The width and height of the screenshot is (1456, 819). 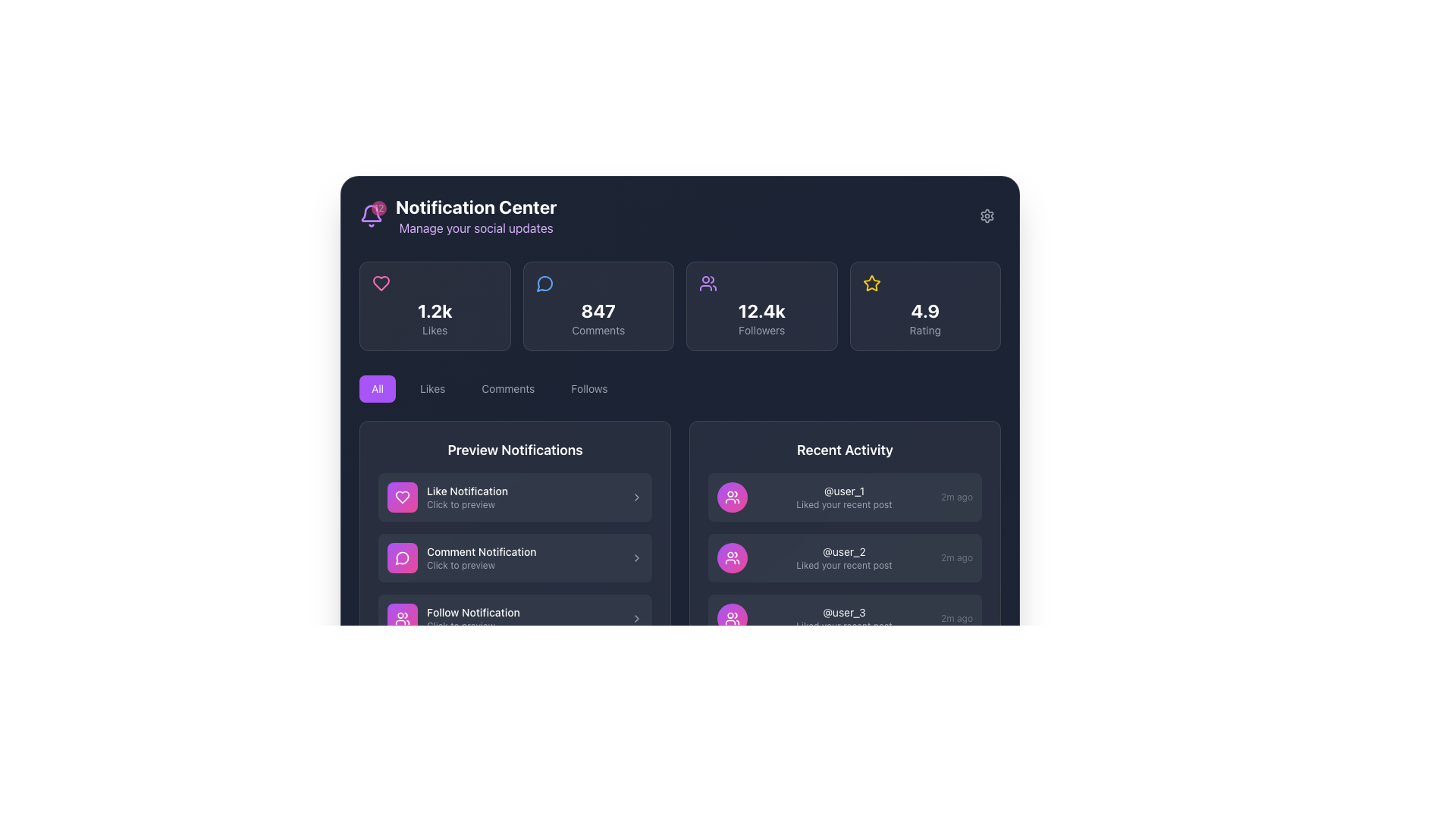 I want to click on the icon representing a group of users or followers within the 'Preview Notifications' section, which is characterized by a white user icon on a purple-to-pink gradient background, so click(x=403, y=619).